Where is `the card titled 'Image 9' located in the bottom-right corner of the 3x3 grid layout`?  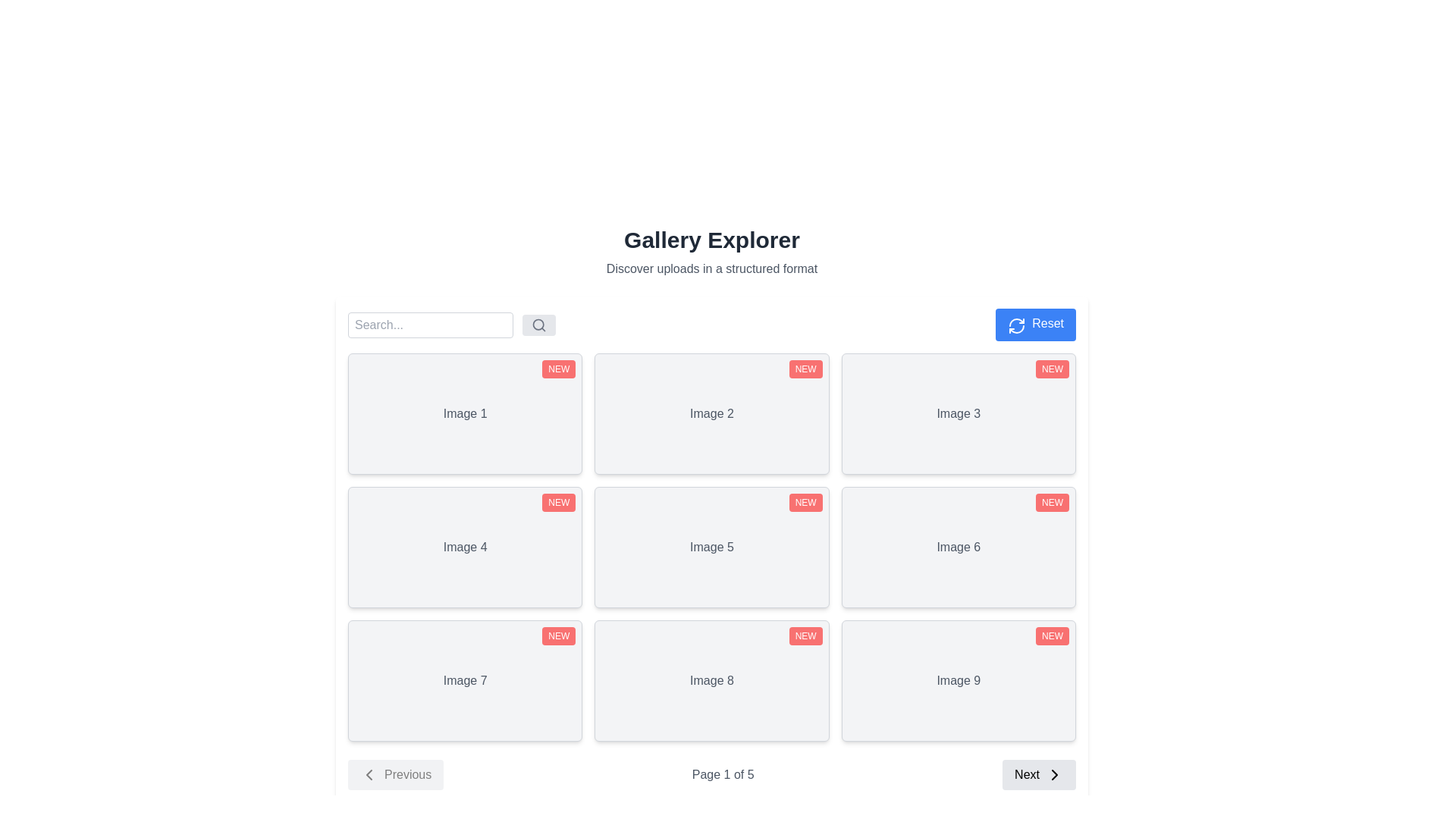 the card titled 'Image 9' located in the bottom-right corner of the 3x3 grid layout is located at coordinates (958, 680).